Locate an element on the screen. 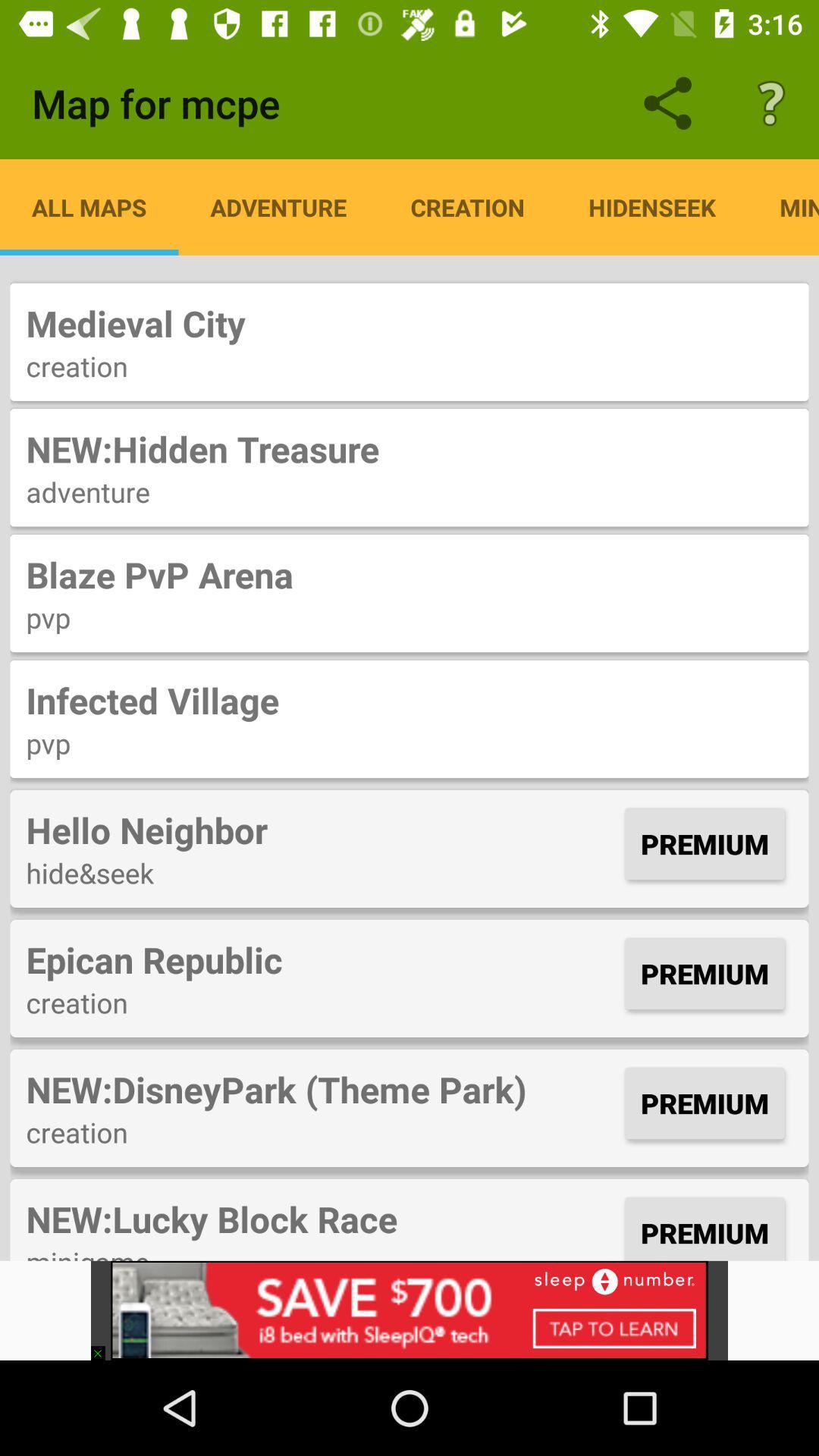 Image resolution: width=819 pixels, height=1456 pixels. the item below hide&seek is located at coordinates (321, 959).